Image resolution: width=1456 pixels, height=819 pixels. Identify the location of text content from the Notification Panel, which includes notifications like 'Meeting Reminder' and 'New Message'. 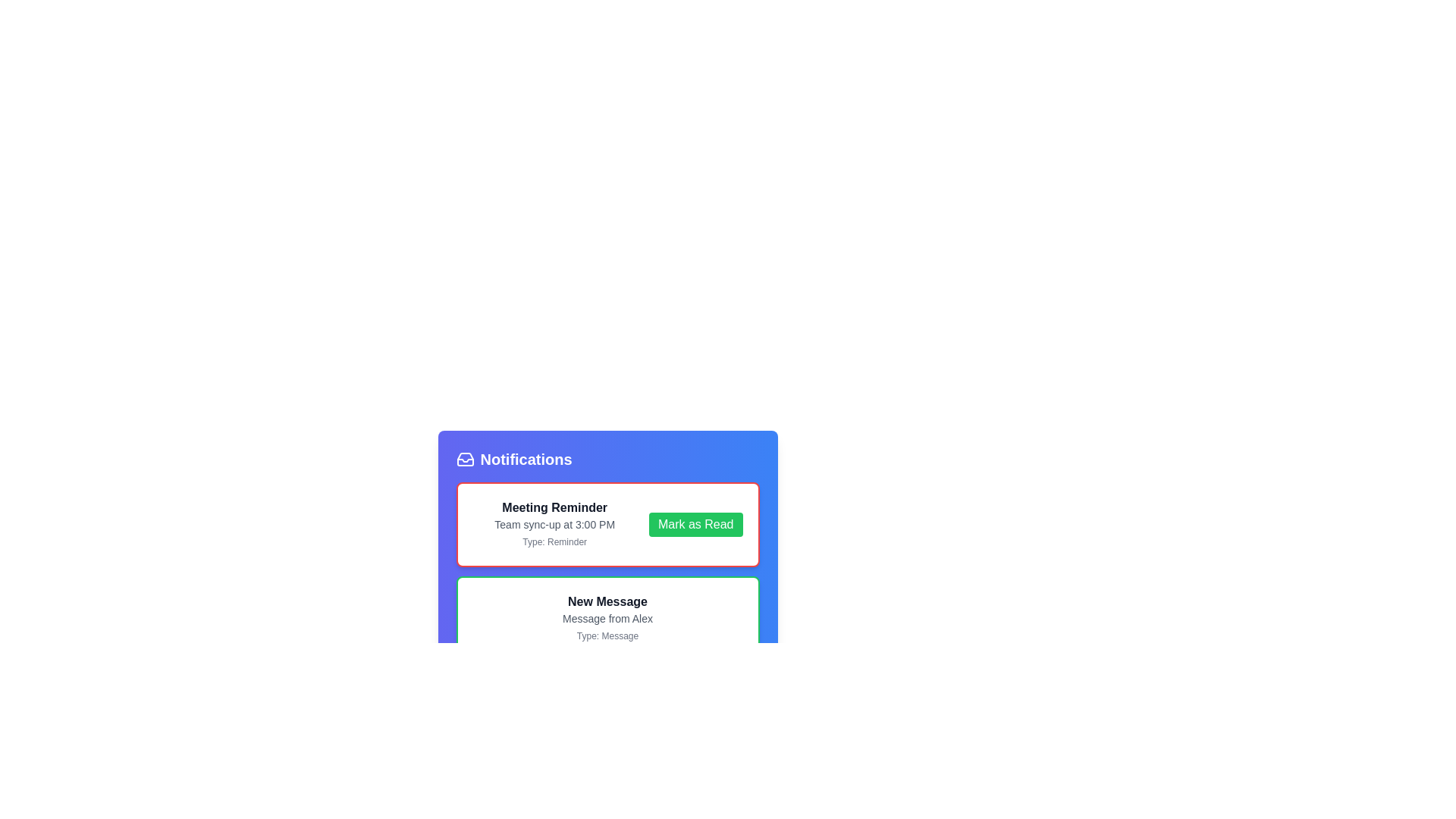
(607, 576).